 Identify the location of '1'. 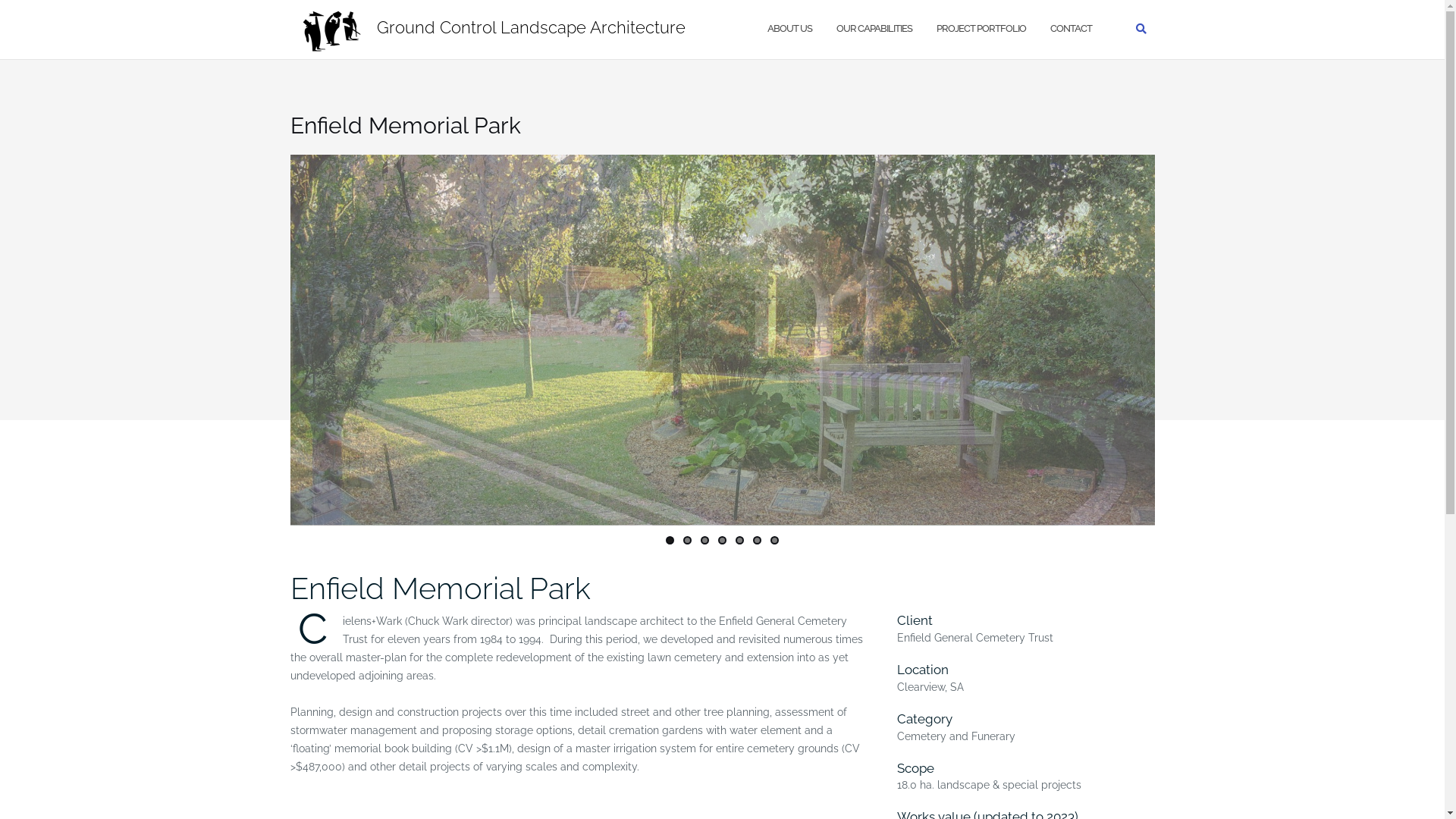
(666, 539).